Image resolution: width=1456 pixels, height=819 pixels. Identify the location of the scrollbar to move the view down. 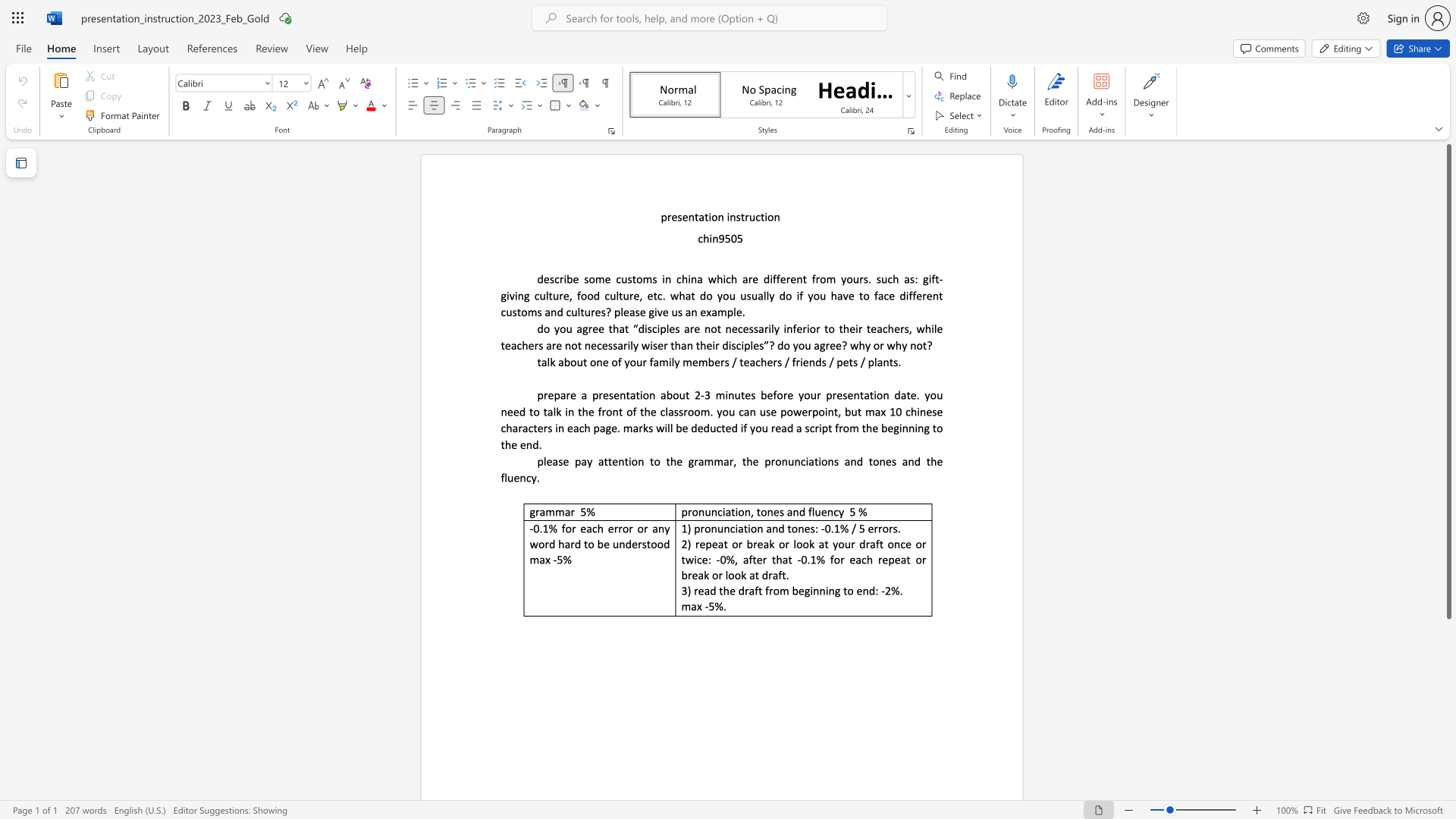
(1448, 719).